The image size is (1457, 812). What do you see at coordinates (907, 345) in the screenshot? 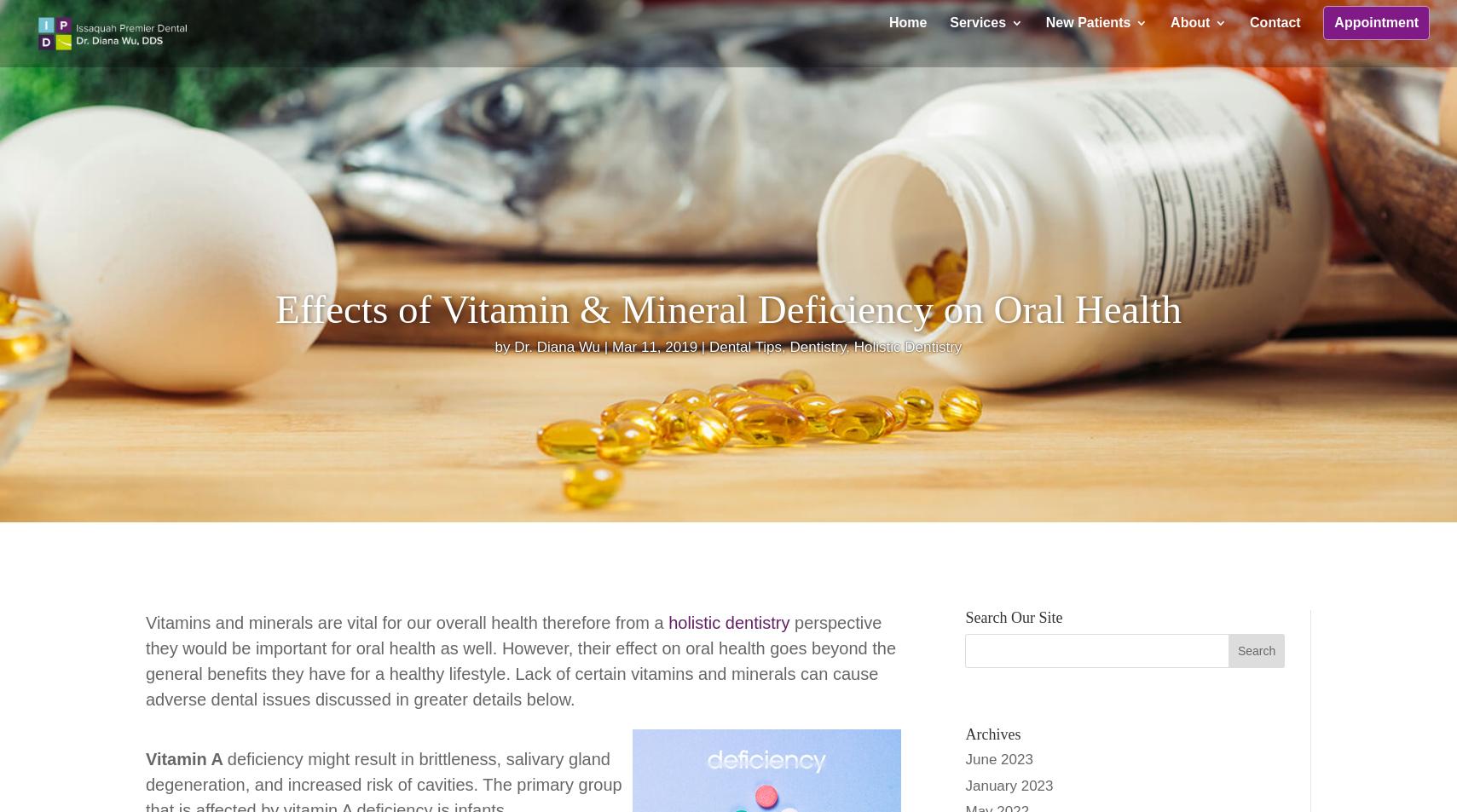
I see `'Holistic Dentistry'` at bounding box center [907, 345].